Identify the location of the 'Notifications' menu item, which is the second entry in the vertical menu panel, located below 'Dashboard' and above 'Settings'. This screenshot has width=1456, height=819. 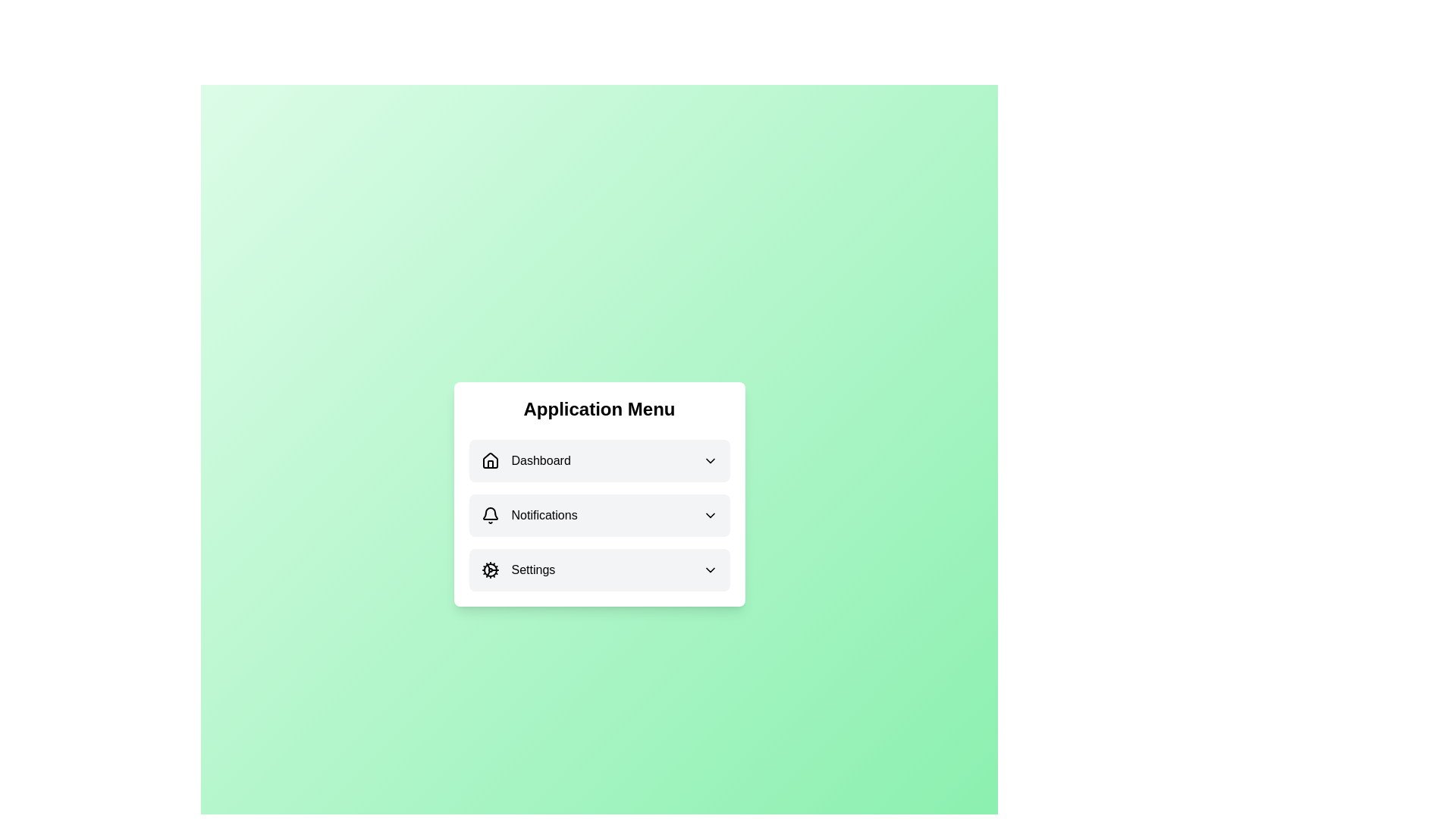
(529, 514).